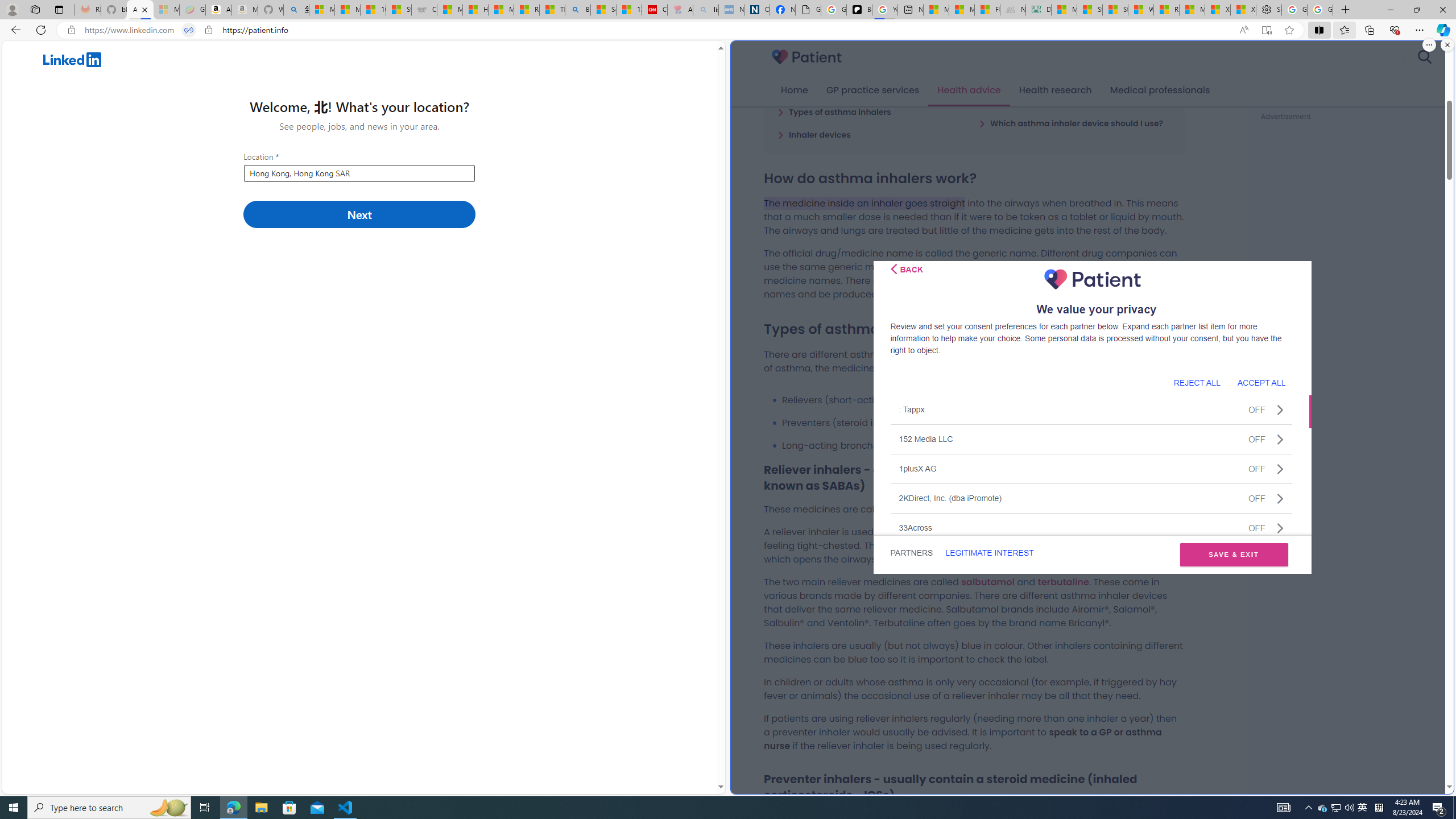  I want to click on 'salbutamol', so click(987, 581).